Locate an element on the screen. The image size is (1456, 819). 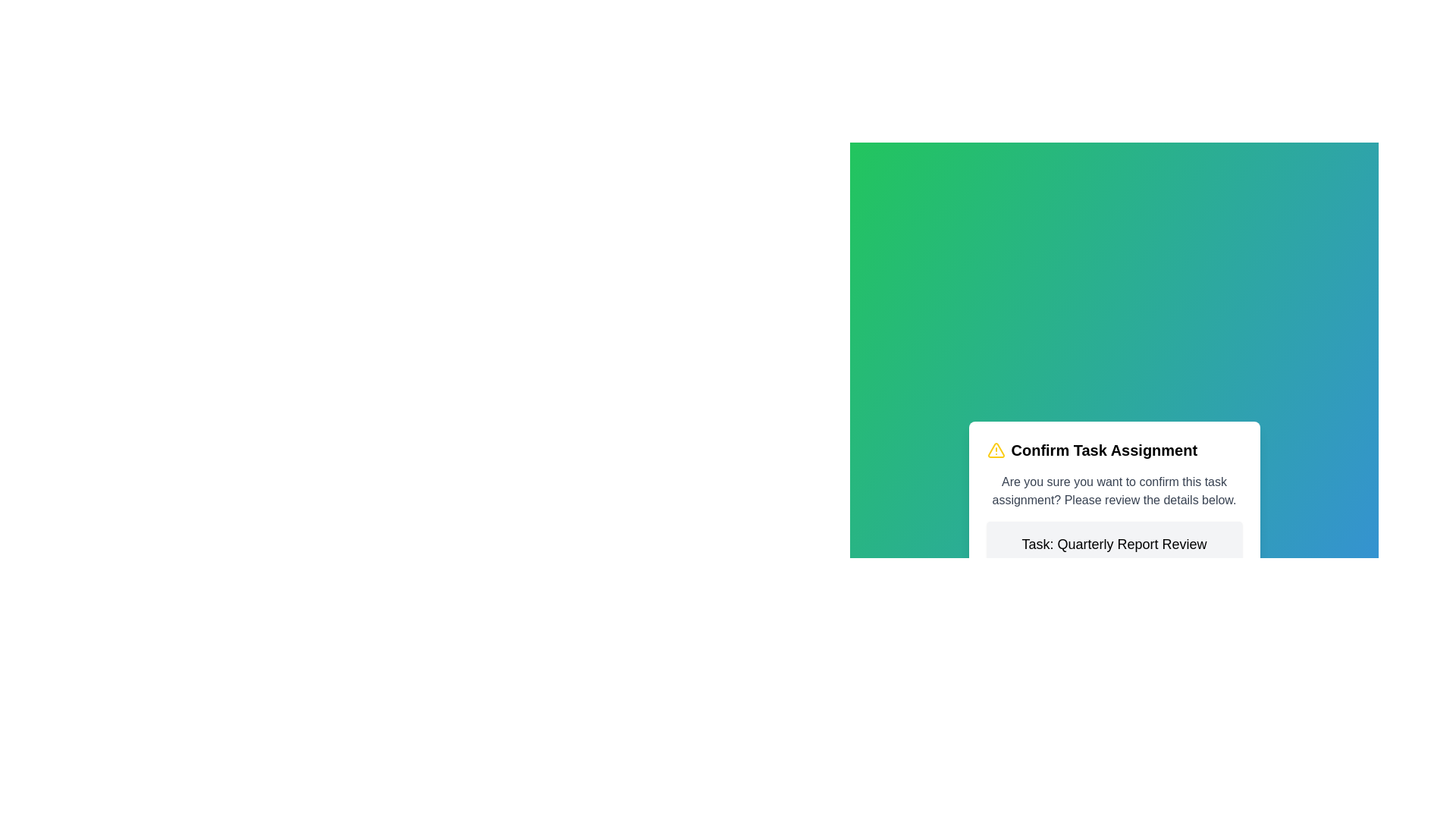
the yellow triangular warning icon with an exclamation mark, located to the left of the 'Confirm Task Assignment' header in the popup modal window is located at coordinates (996, 450).